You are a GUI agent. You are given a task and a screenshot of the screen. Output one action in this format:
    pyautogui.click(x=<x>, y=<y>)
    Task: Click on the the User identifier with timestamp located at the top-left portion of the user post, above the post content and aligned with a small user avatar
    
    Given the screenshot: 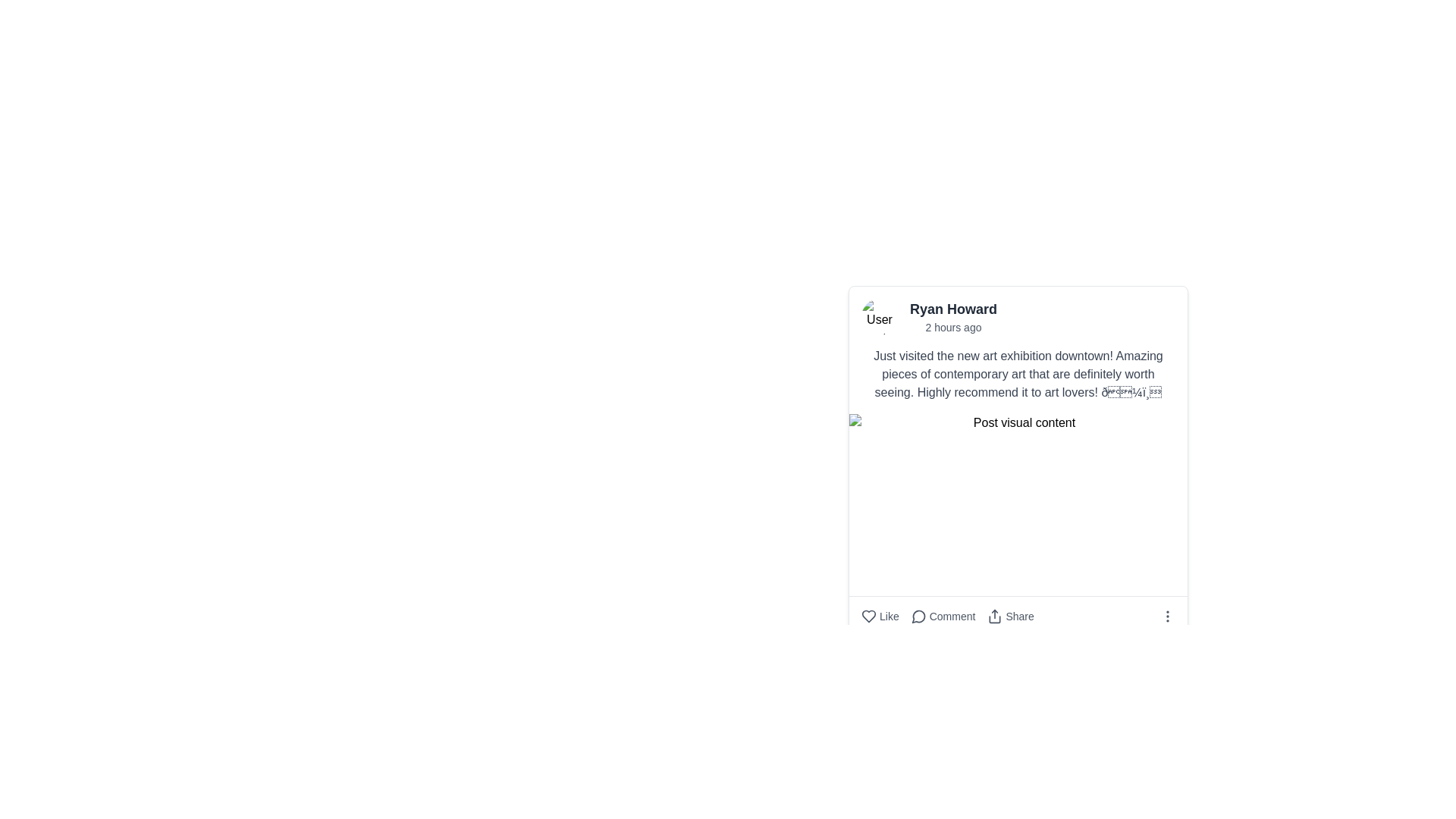 What is the action you would take?
    pyautogui.click(x=1018, y=315)
    